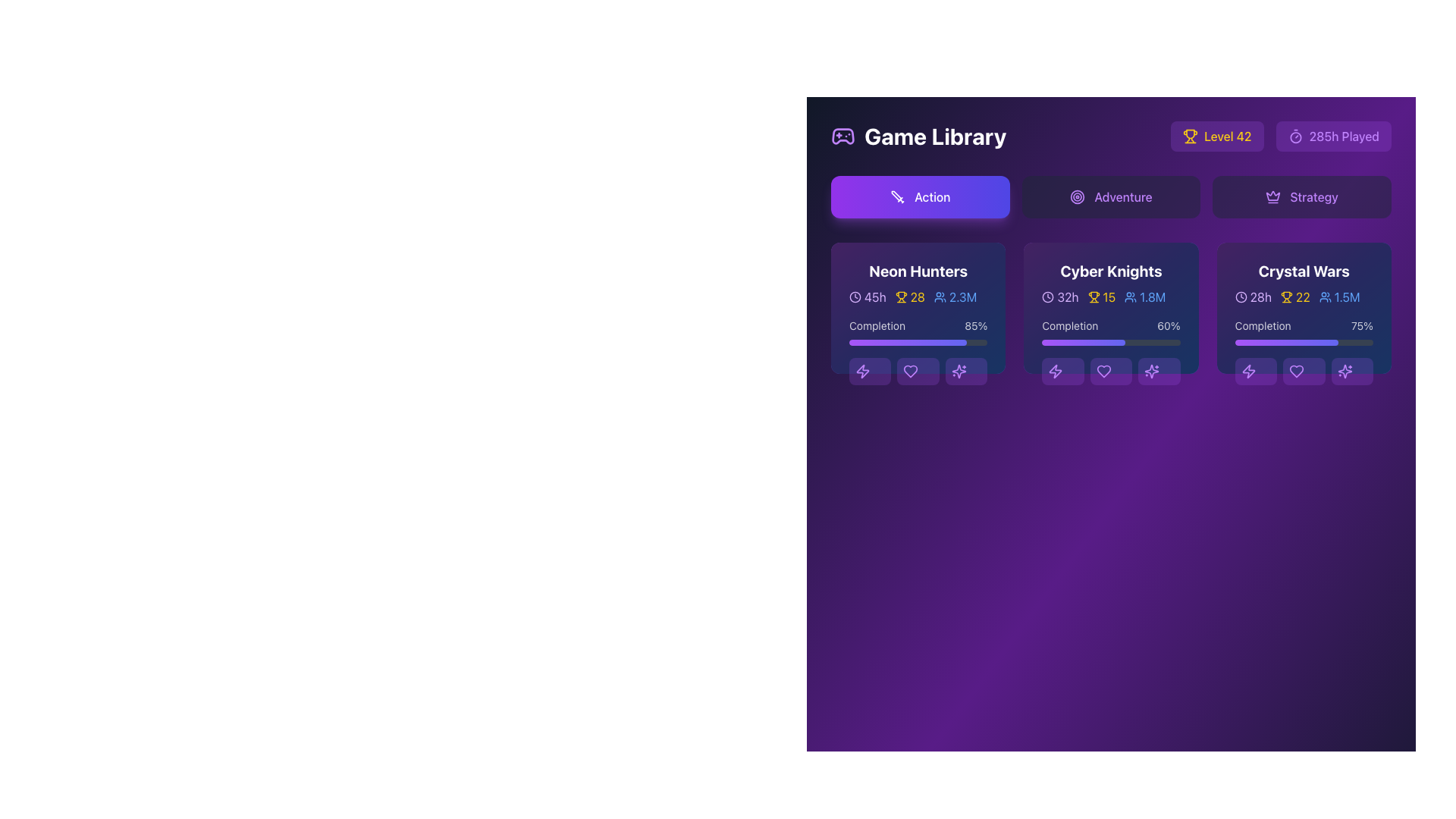  Describe the element at coordinates (855, 297) in the screenshot. I see `the clock icon representing time-related information next to the text '45h' within the card for the game 'Neon Hunters'` at that location.